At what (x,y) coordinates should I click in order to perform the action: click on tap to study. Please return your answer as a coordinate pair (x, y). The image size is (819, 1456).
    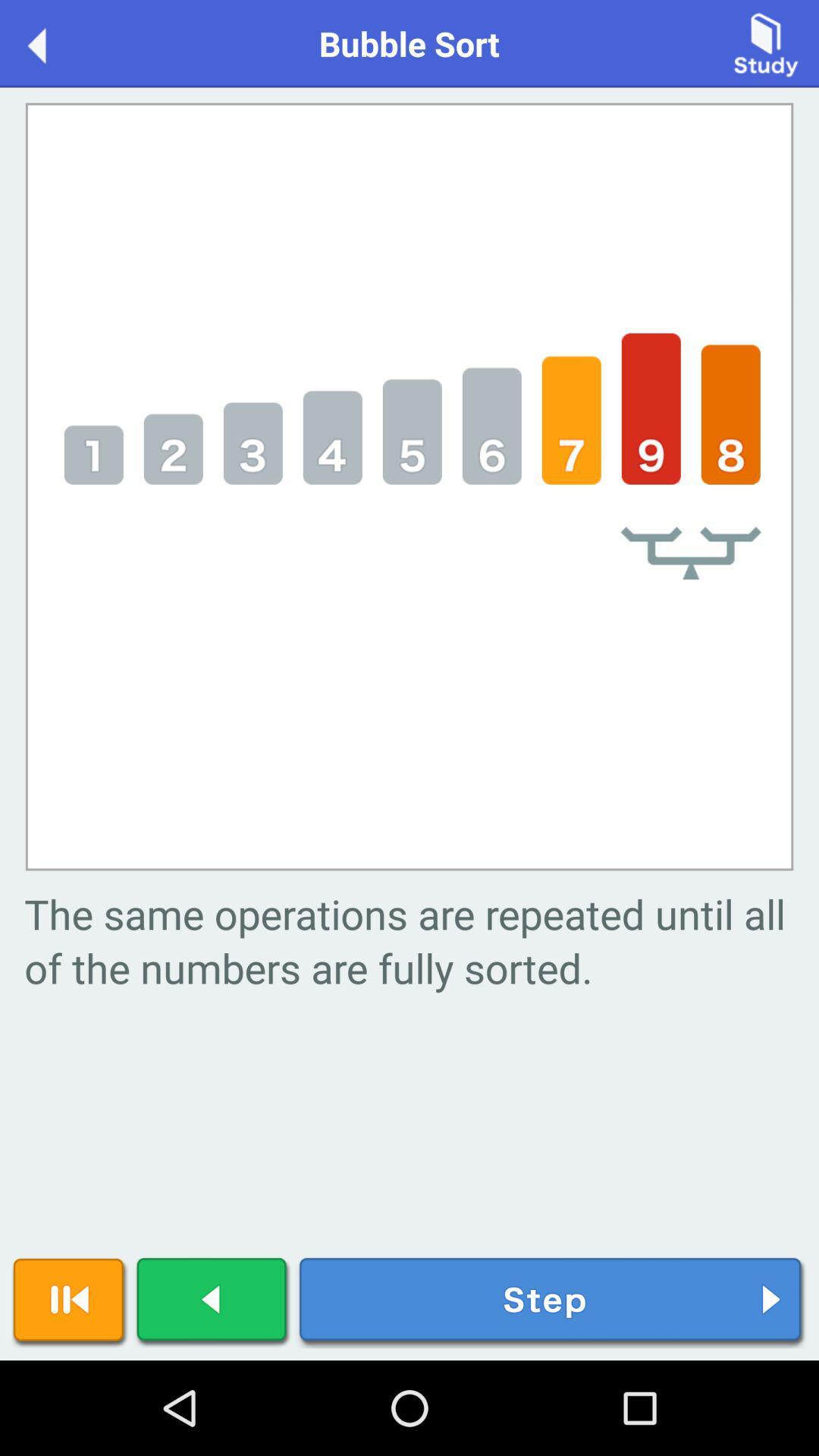
    Looking at the image, I should click on (766, 42).